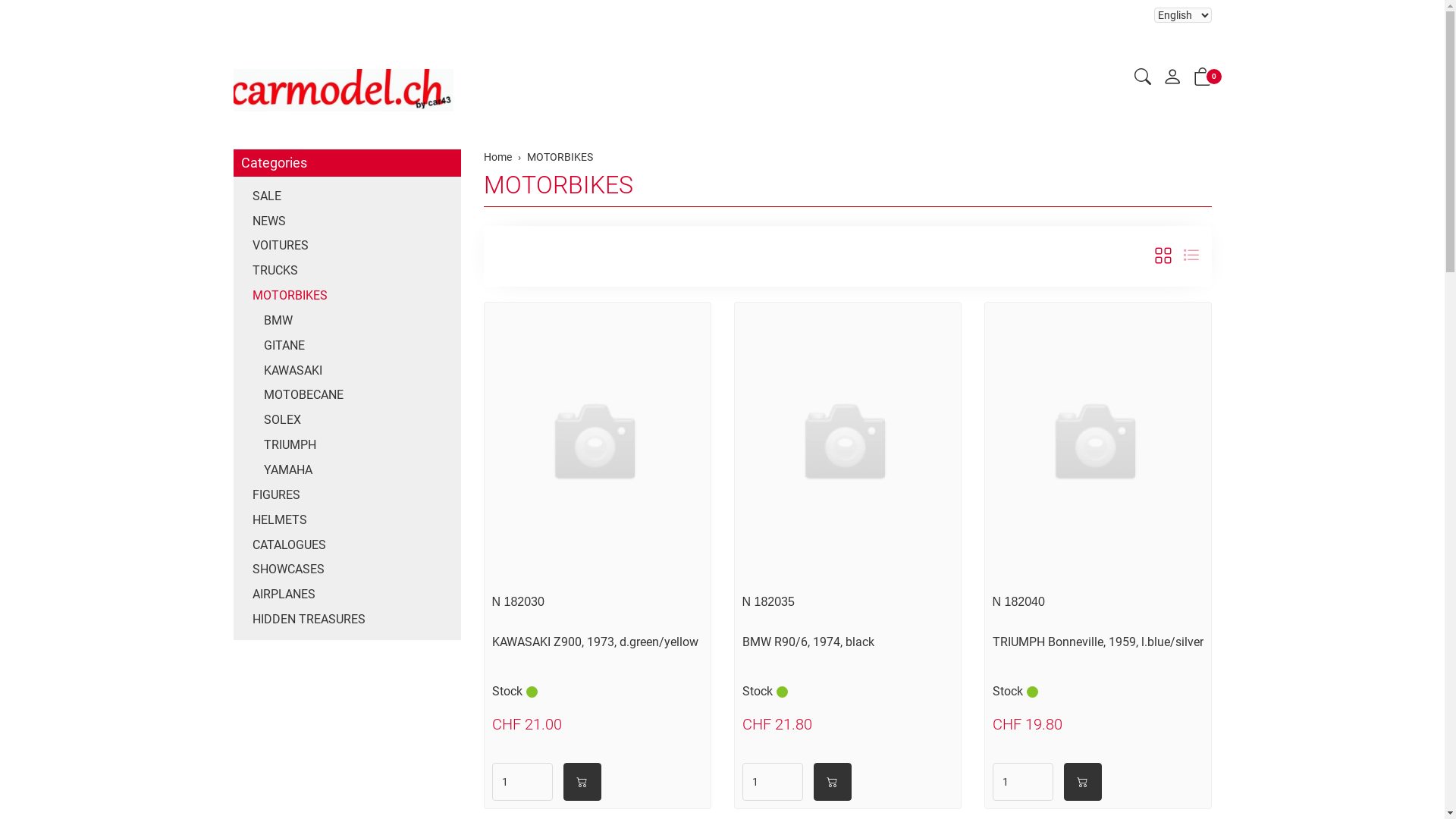  I want to click on 'into shopping cart', so click(581, 781).